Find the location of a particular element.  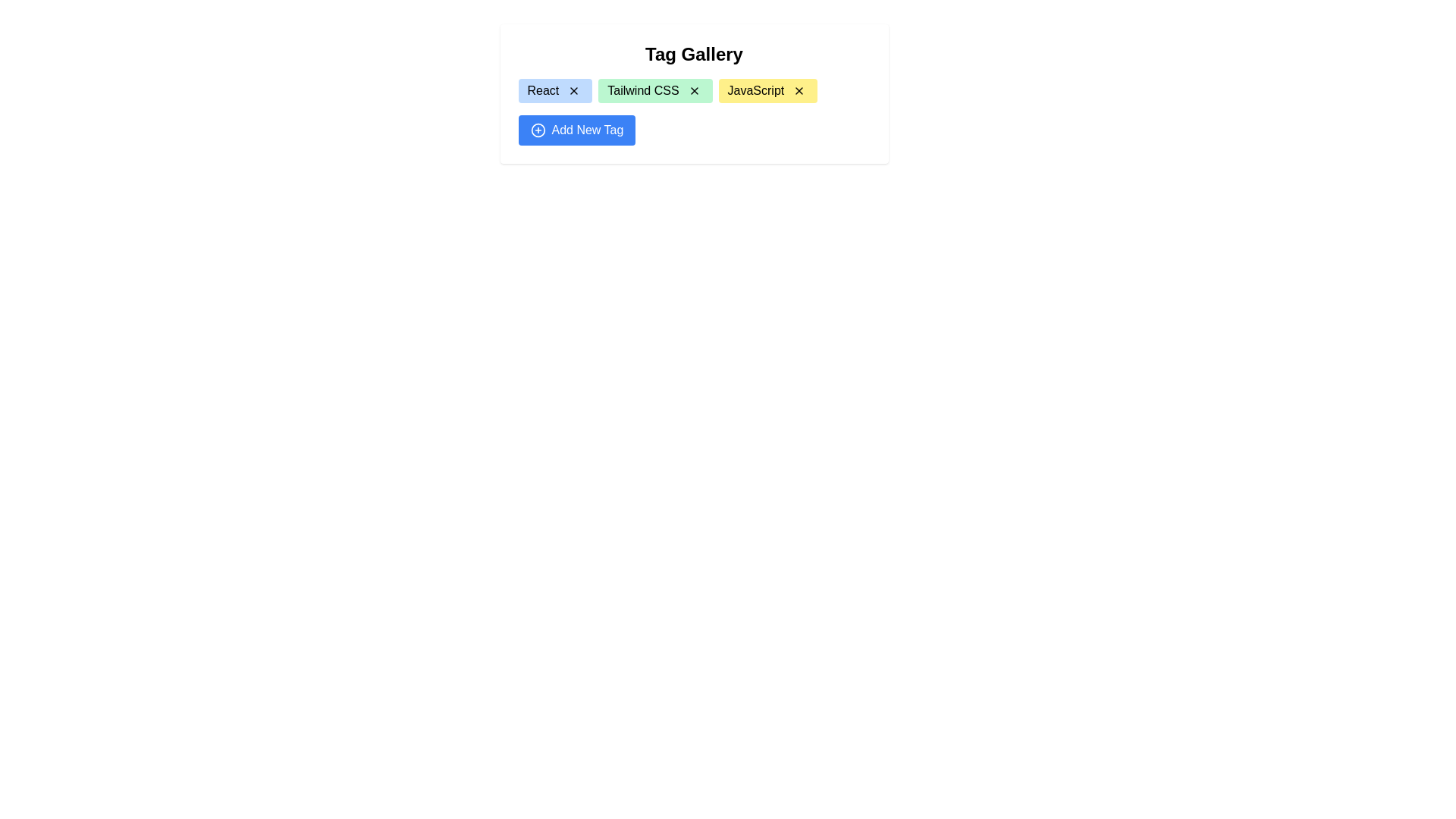

the small interactive 'x' button located on the right side inside the blue rectangular tag labeled 'React' for keyboard interaction is located at coordinates (573, 90).